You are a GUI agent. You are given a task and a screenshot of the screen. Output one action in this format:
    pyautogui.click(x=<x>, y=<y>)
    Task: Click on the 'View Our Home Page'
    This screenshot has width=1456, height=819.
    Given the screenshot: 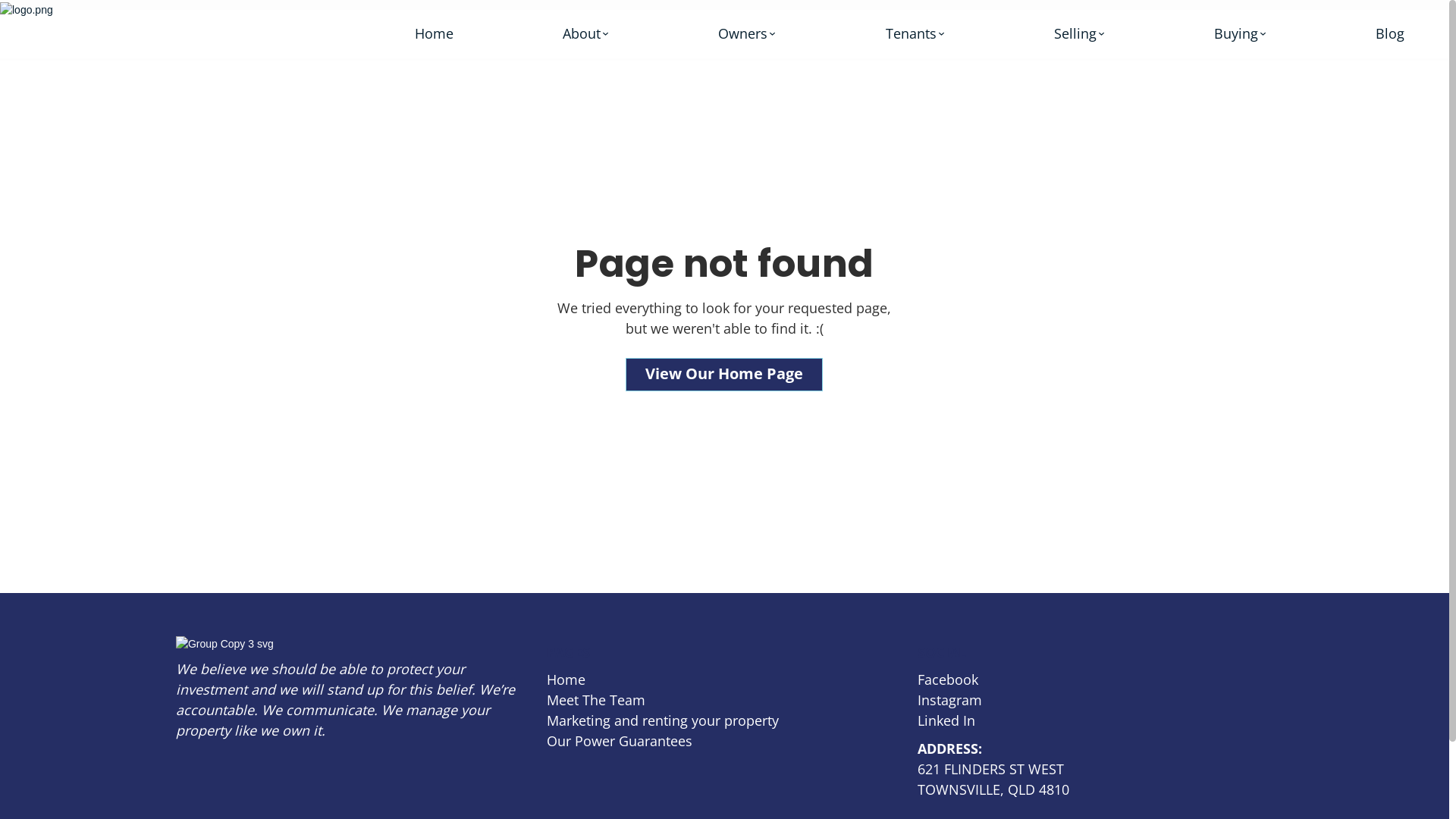 What is the action you would take?
    pyautogui.click(x=626, y=374)
    